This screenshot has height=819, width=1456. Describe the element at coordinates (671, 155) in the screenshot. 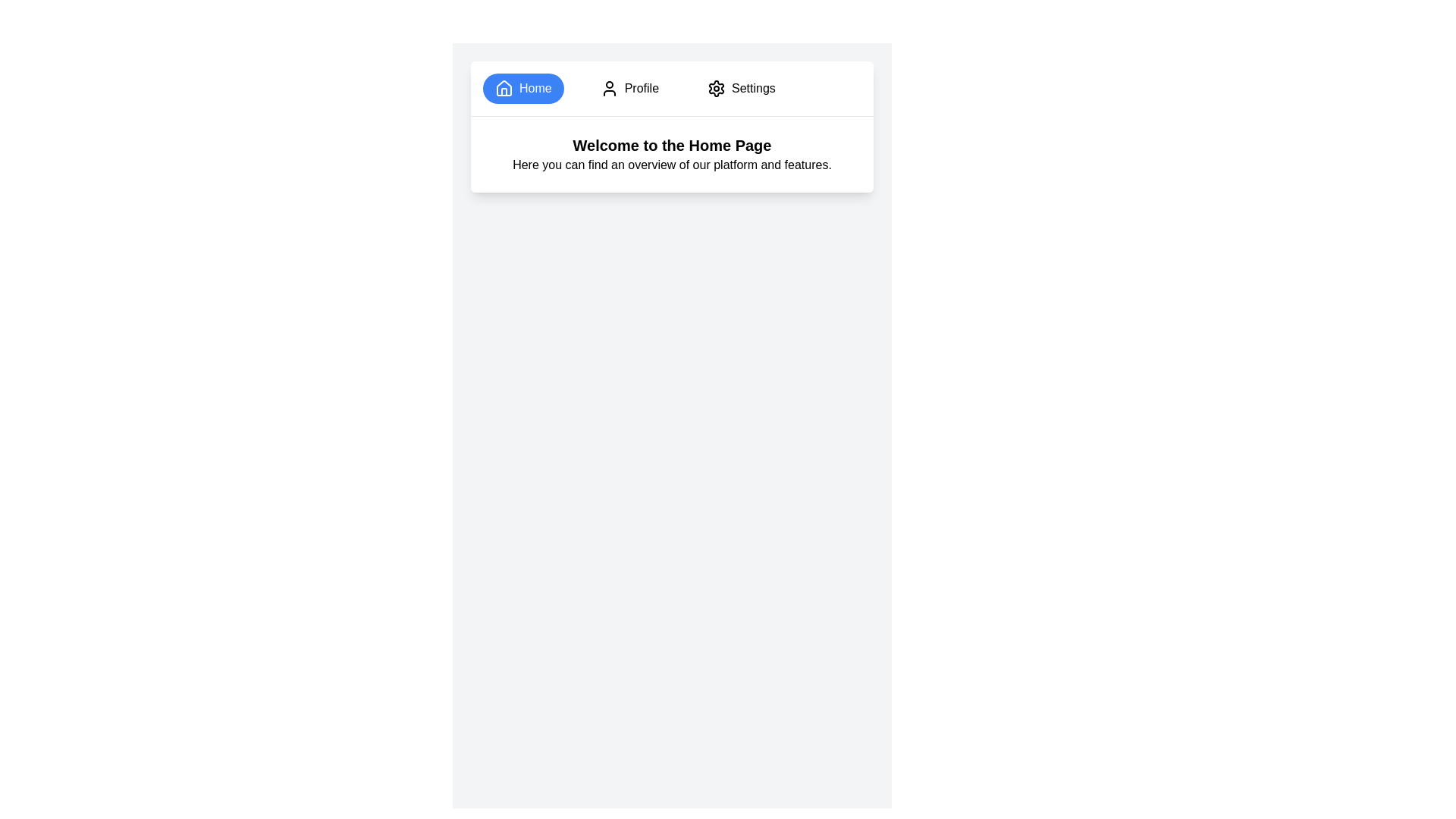

I see `introduction text block located centrally below the navigation bar, which welcomes users and describes the page's purpose` at that location.